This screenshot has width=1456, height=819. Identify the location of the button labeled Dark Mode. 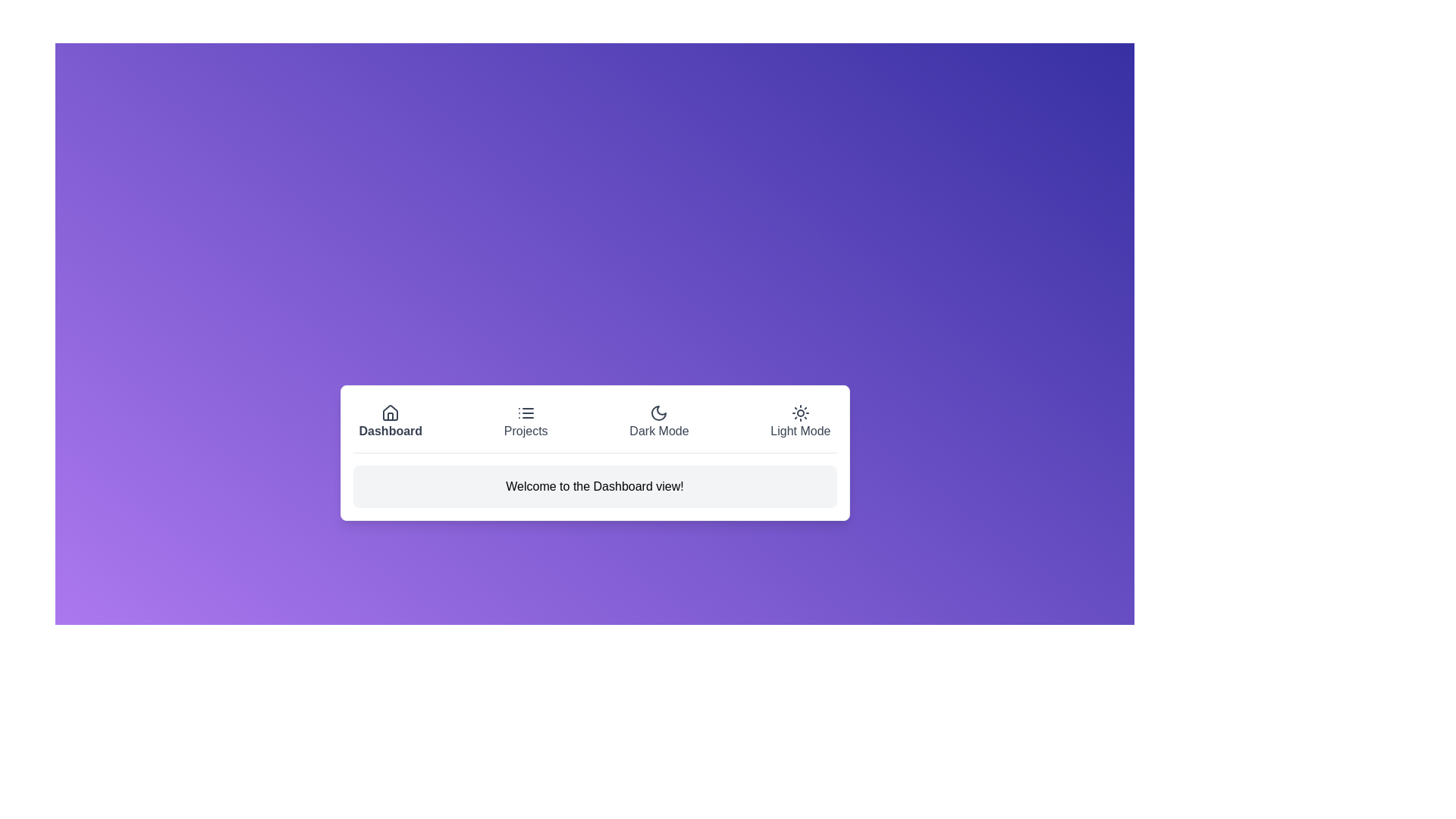
(659, 422).